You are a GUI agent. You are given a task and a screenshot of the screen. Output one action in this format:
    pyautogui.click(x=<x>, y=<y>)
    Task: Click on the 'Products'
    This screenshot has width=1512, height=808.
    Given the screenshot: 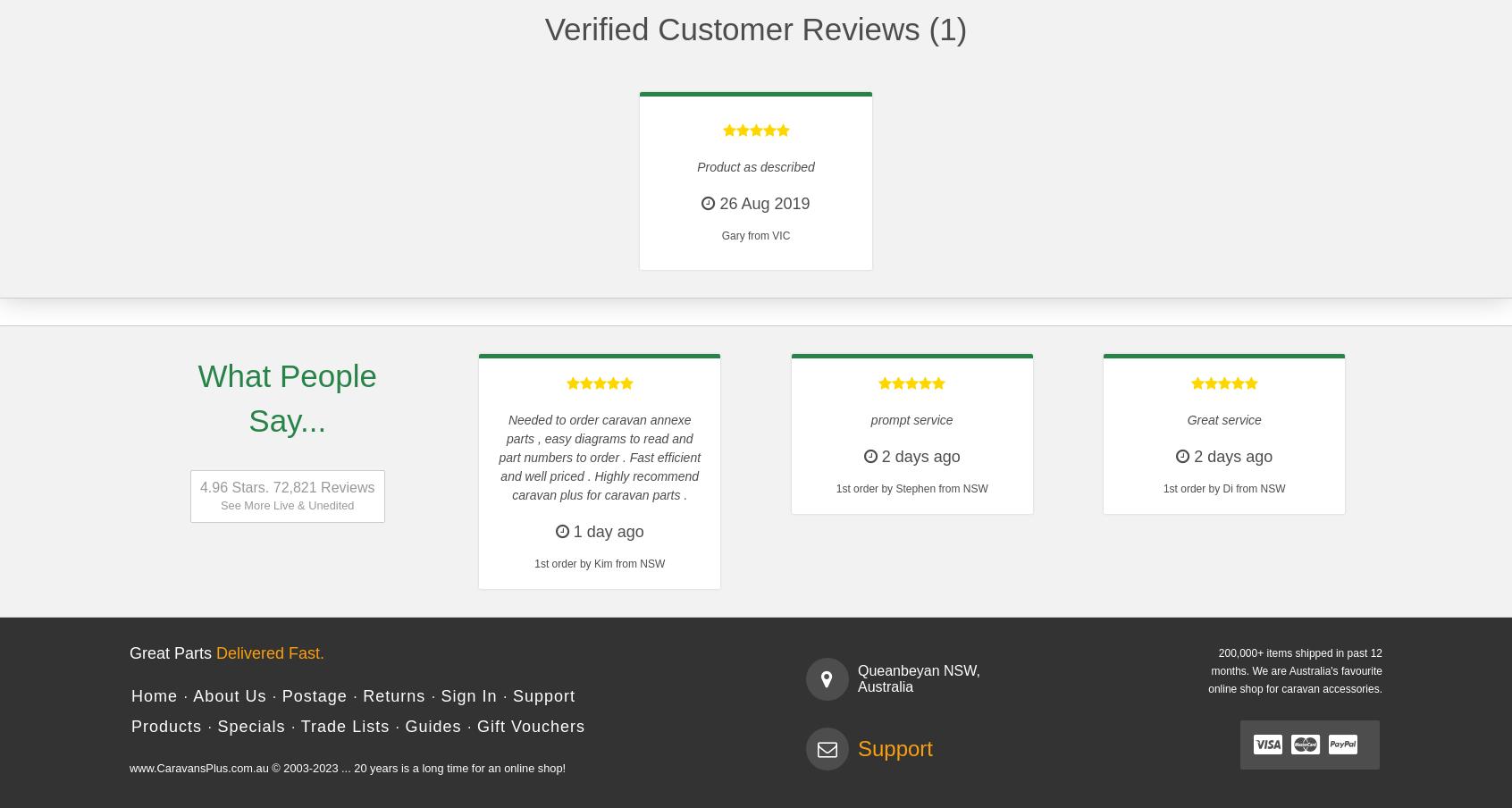 What is the action you would take?
    pyautogui.click(x=165, y=725)
    